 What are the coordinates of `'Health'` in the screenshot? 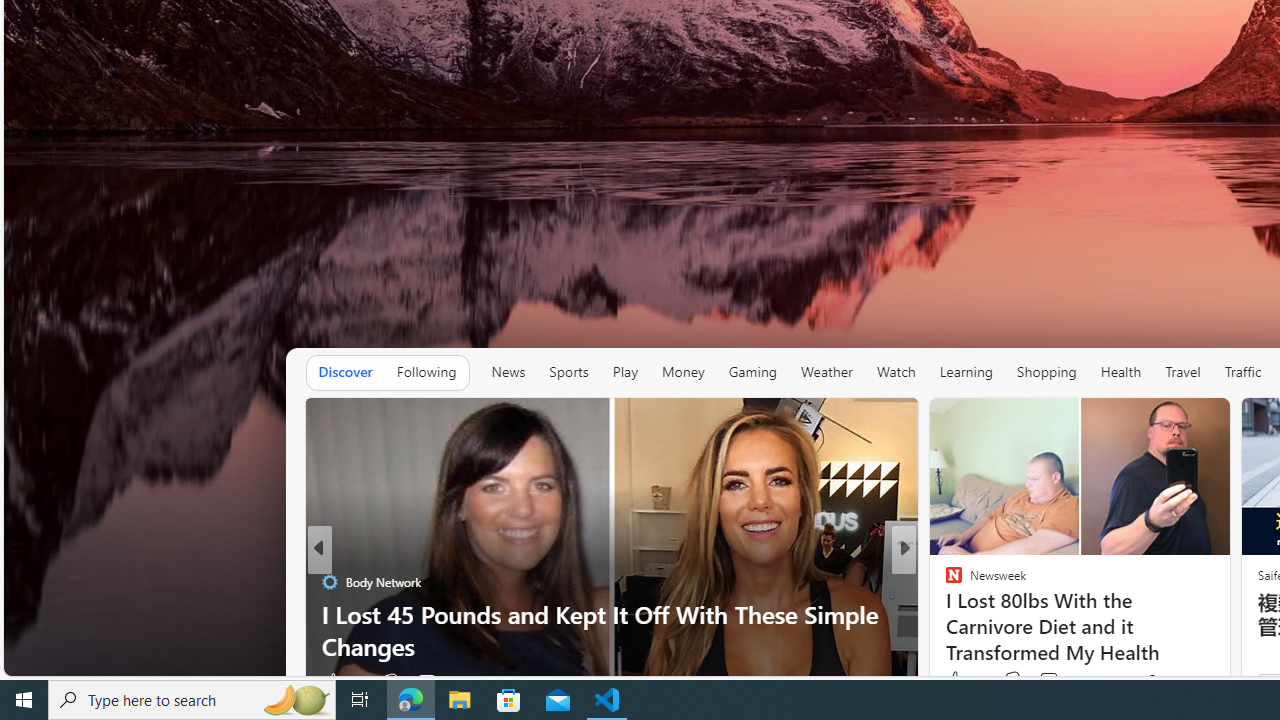 It's located at (1121, 372).